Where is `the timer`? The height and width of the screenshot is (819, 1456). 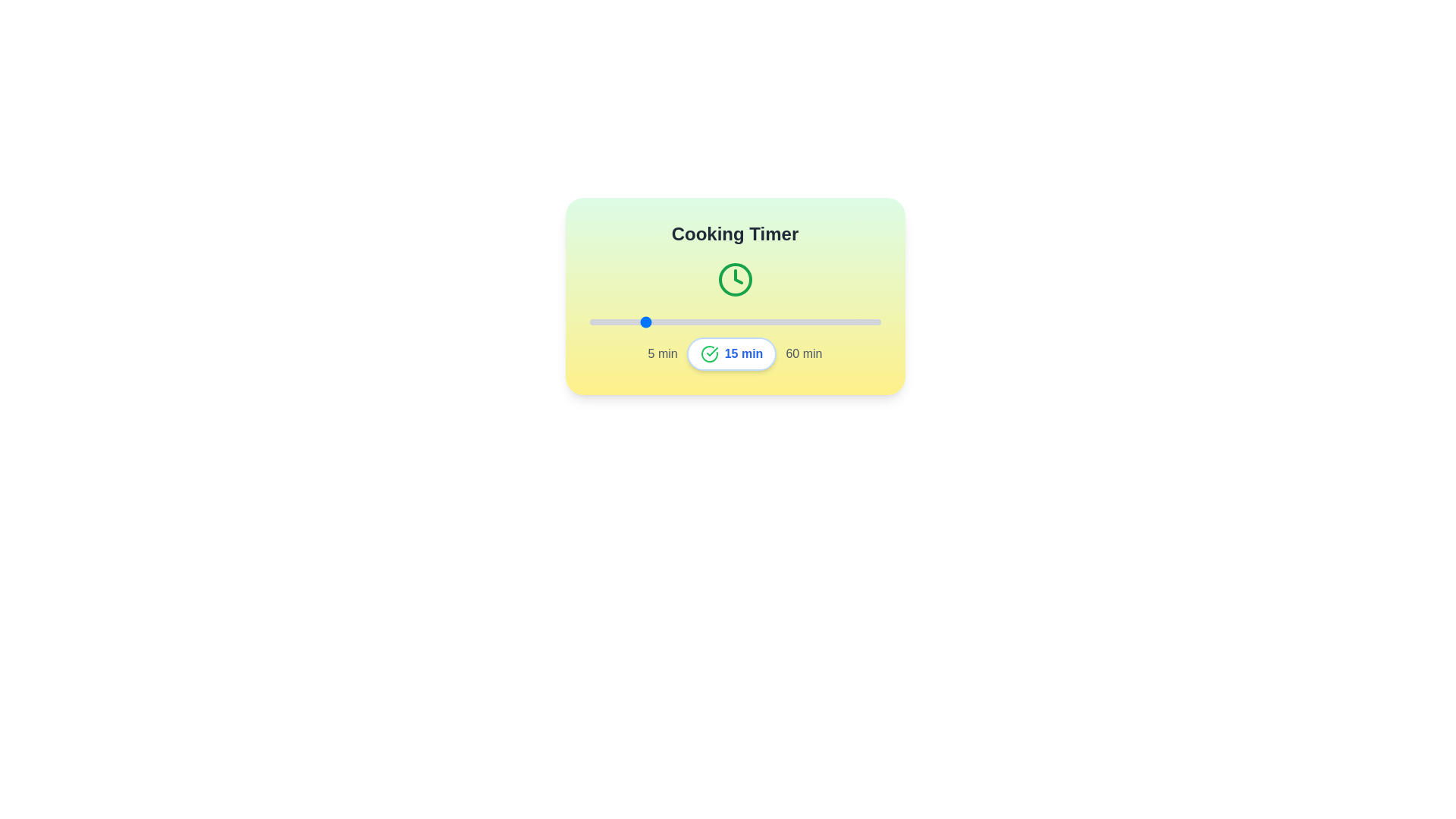
the timer is located at coordinates (599, 321).